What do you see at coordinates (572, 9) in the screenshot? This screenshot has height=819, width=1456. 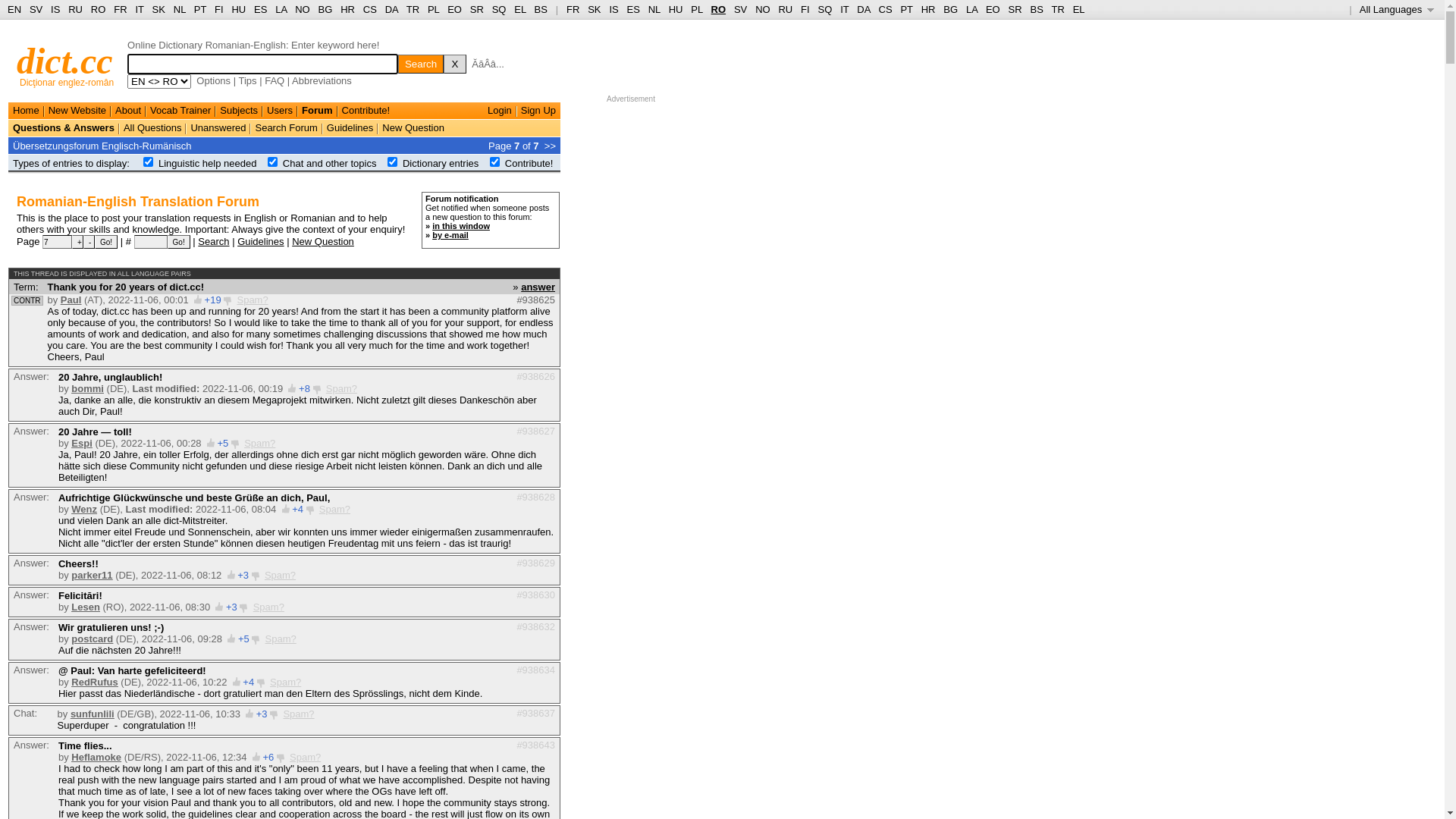 I see `'FR'` at bounding box center [572, 9].